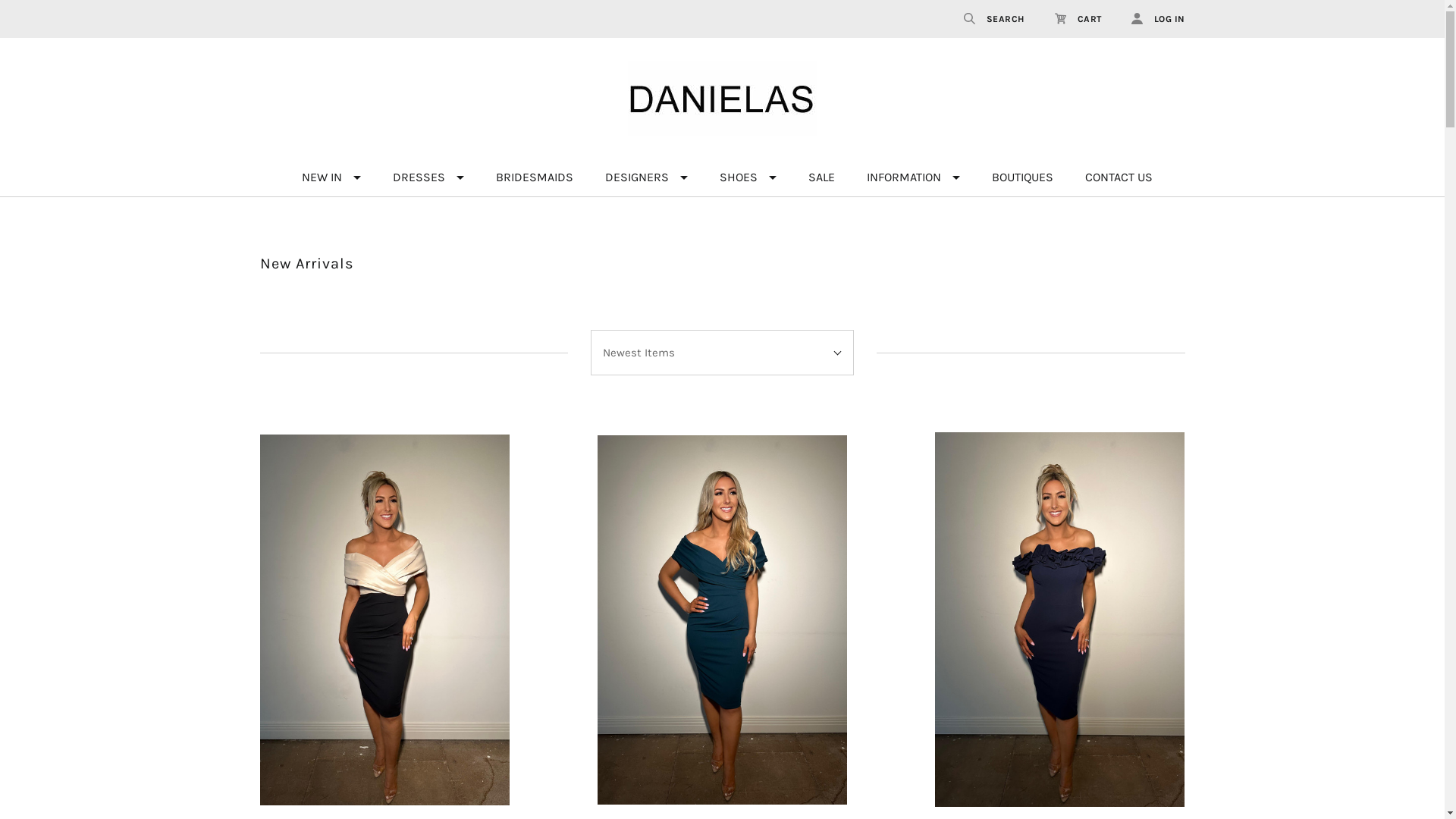 Image resolution: width=1456 pixels, height=819 pixels. I want to click on 'SEARCH', so click(993, 18).